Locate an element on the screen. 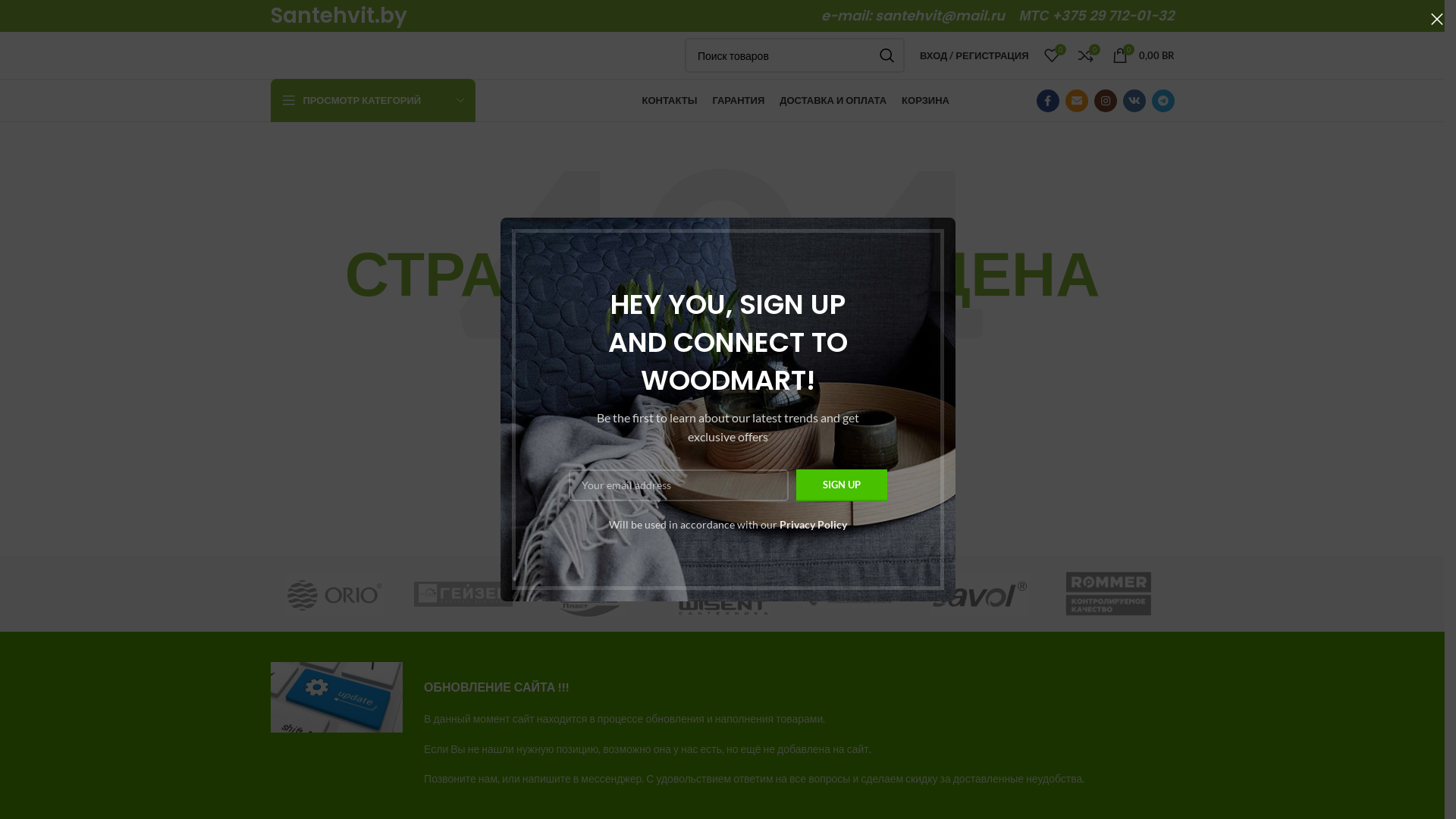  'Savol' is located at coordinates (979, 593).